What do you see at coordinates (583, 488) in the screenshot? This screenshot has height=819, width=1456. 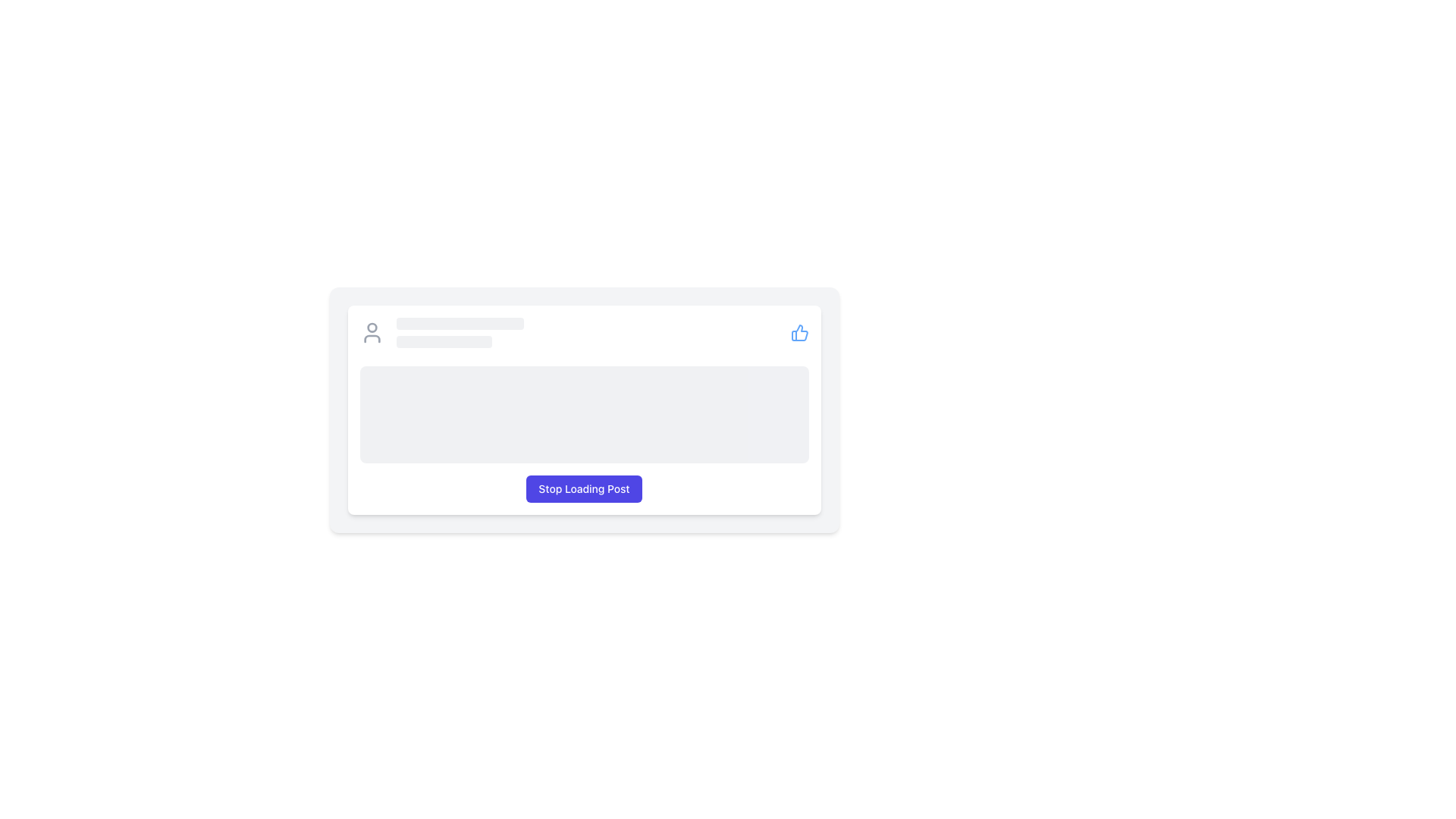 I see `the rectangular button labeled 'Stop Loading Post' with a dark indigo background` at bounding box center [583, 488].